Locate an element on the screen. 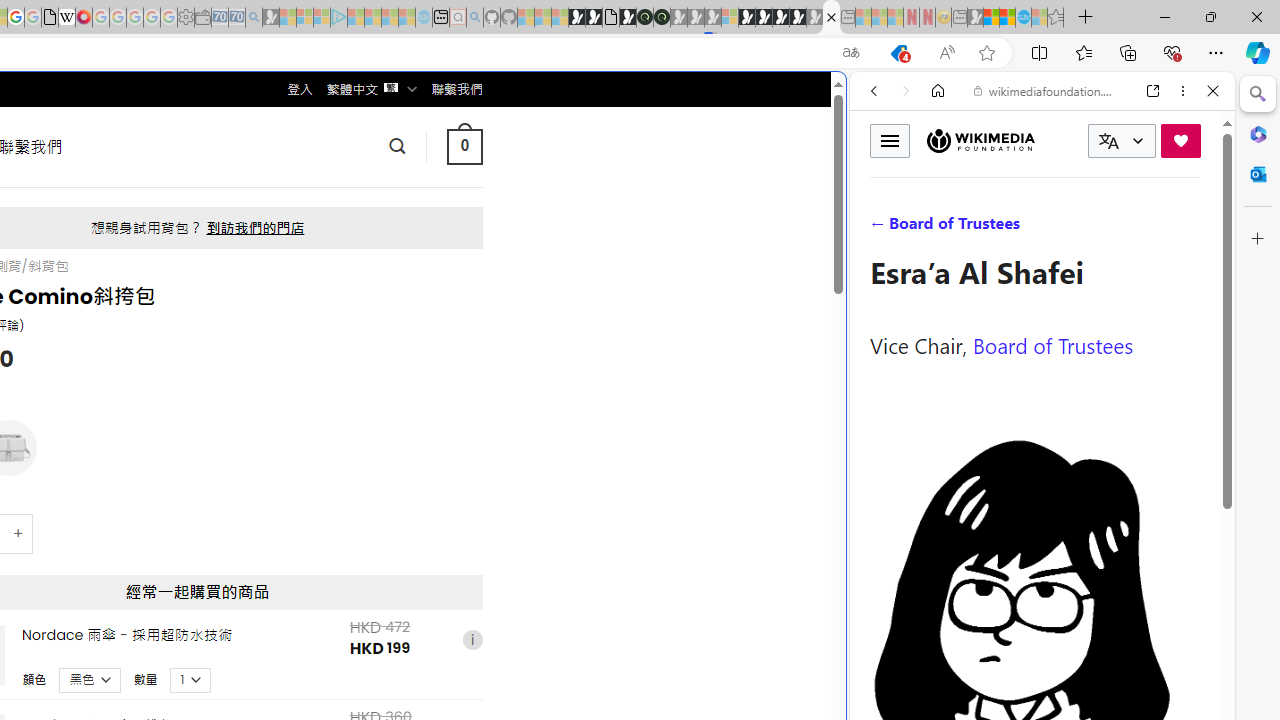 The image size is (1280, 720). 'Show translate options' is located at coordinates (850, 52).